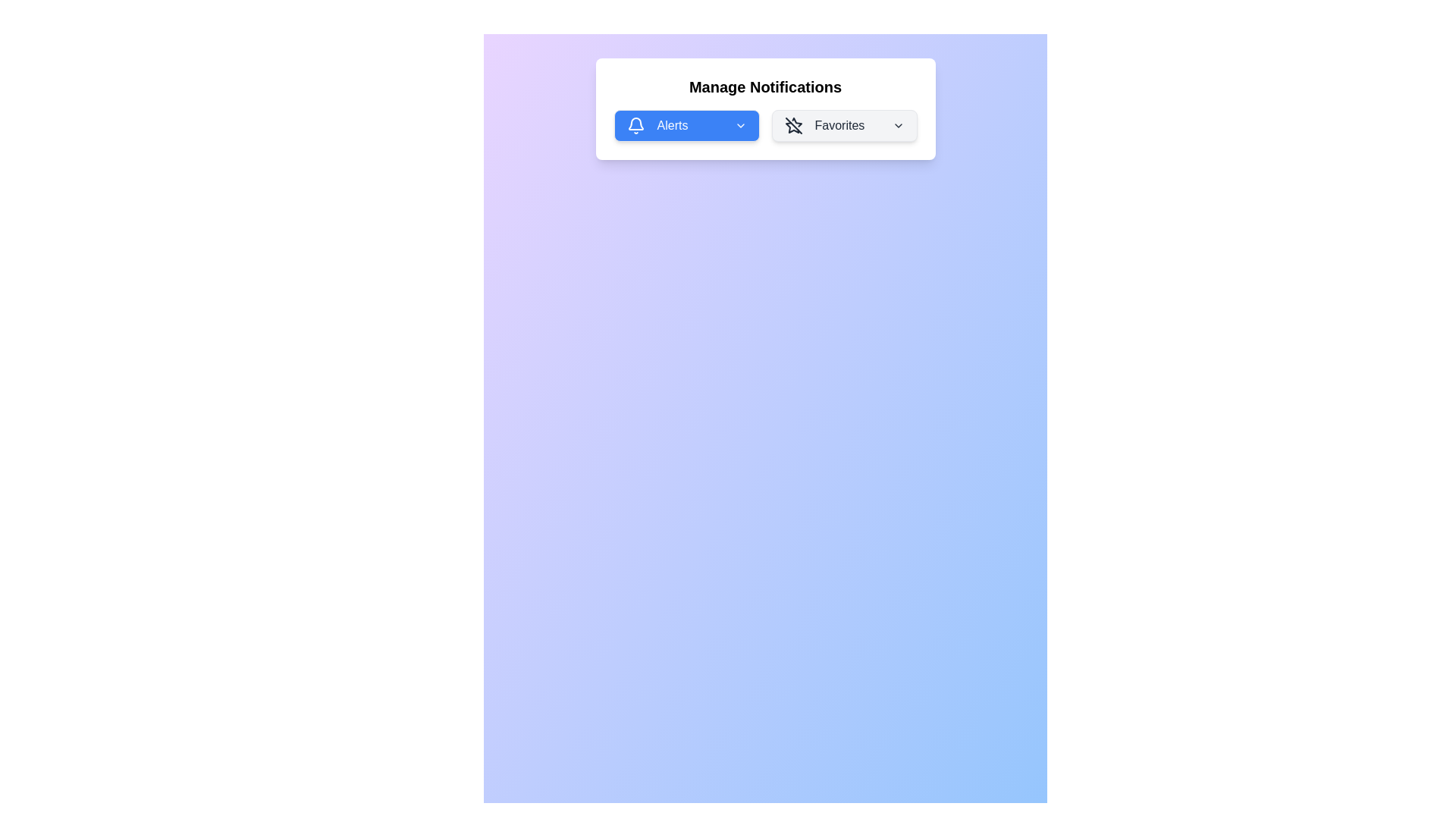 The image size is (1456, 819). Describe the element at coordinates (898, 124) in the screenshot. I see `the dropdown icon of the 'Favorites' button to expand the menu` at that location.